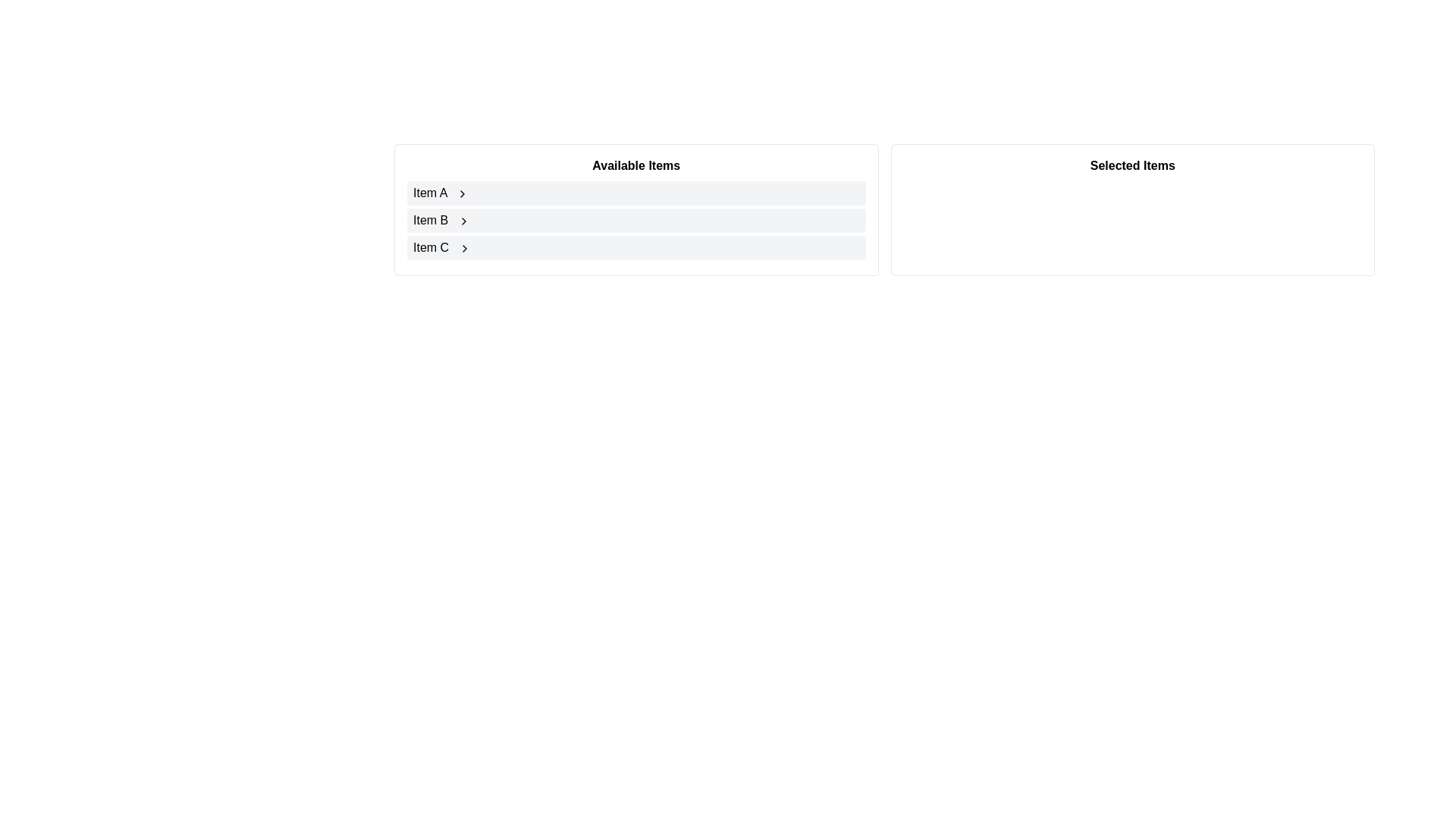 This screenshot has width=1456, height=819. Describe the element at coordinates (461, 193) in the screenshot. I see `the 'Chevron Right' icon next to 'Item A' in the 'Available Items' section` at that location.